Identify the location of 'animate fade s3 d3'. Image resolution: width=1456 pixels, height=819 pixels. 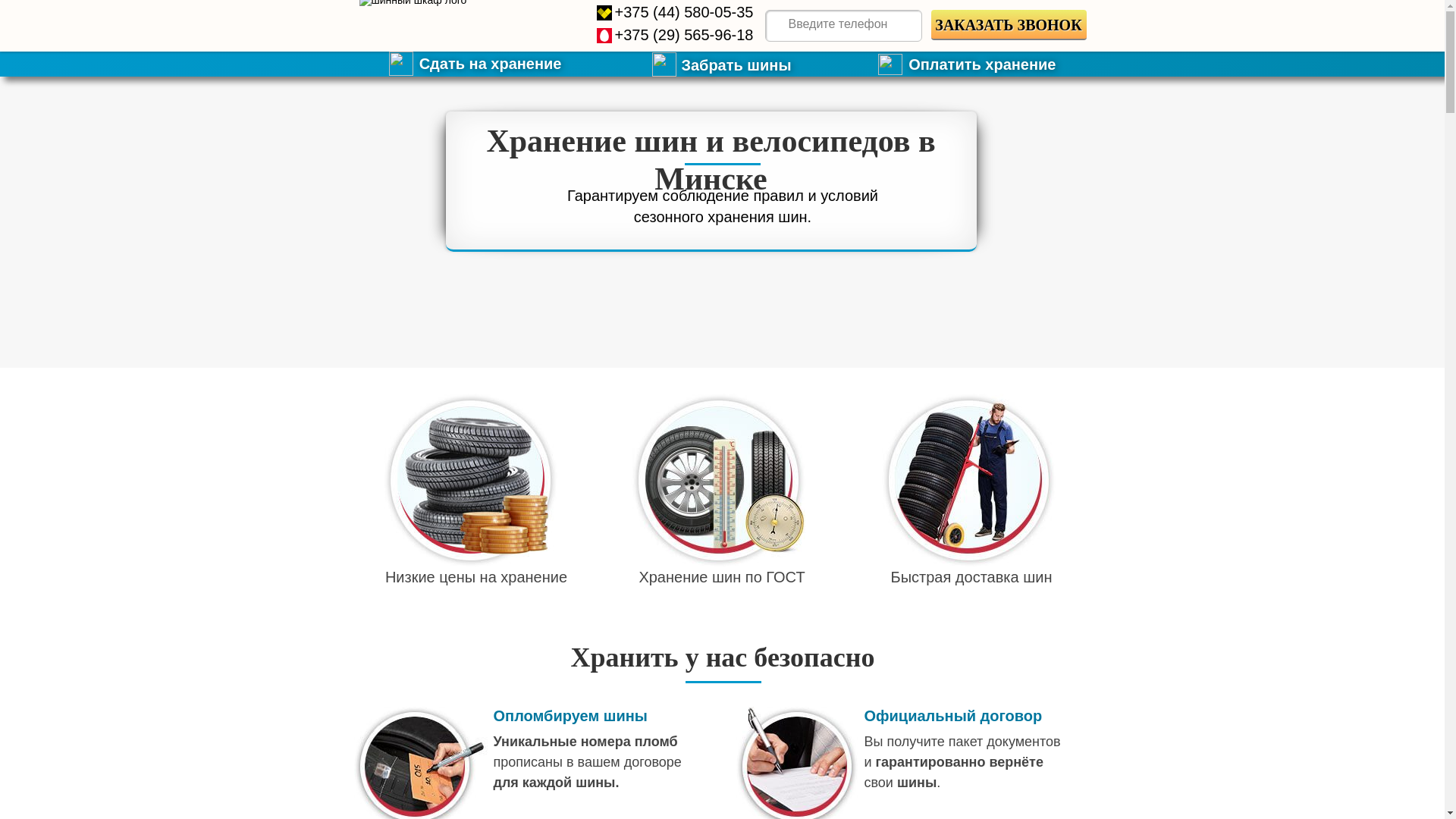
(967, 480).